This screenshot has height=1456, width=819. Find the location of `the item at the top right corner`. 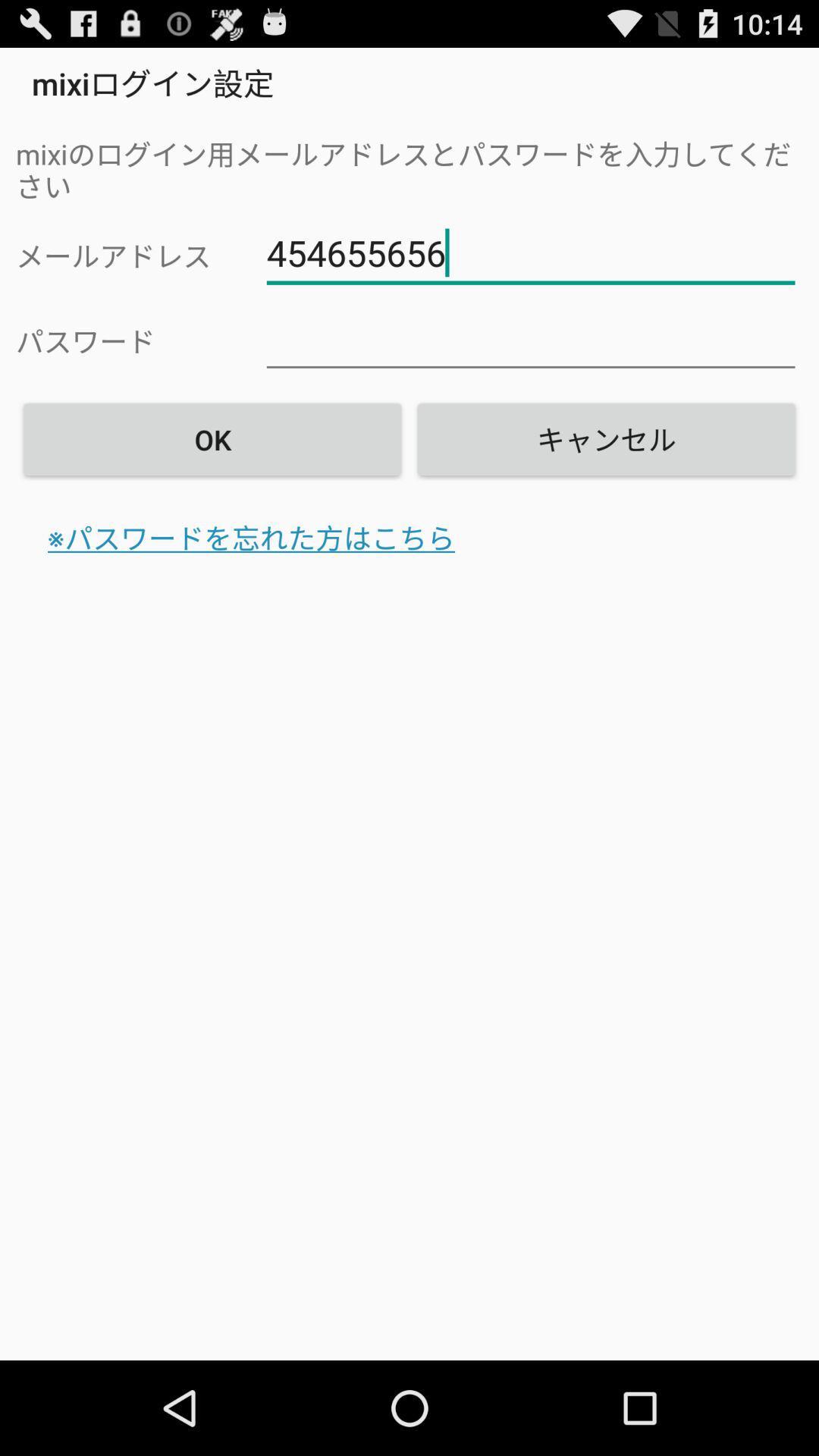

the item at the top right corner is located at coordinates (605, 438).